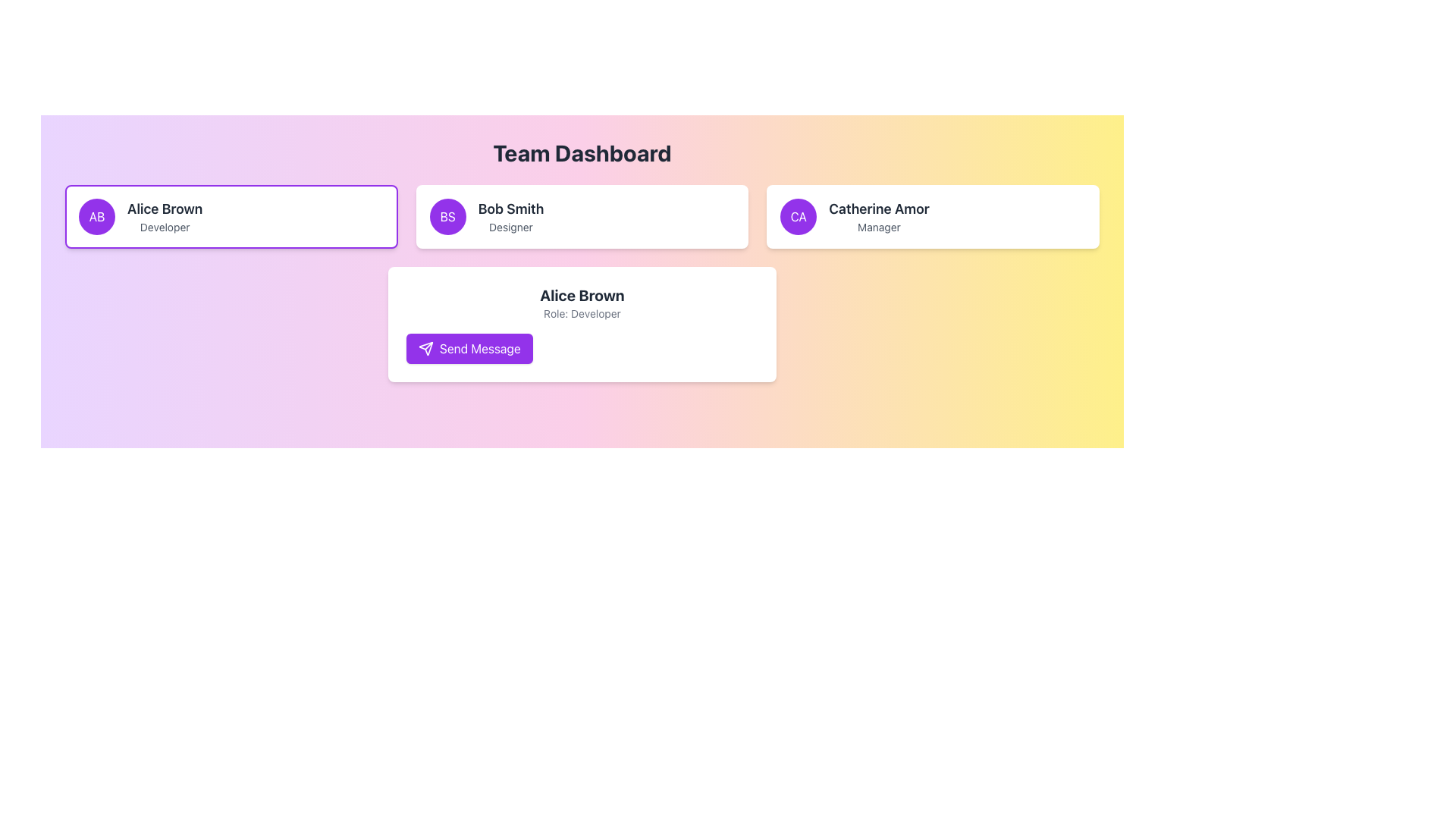 This screenshot has height=819, width=1456. Describe the element at coordinates (510, 209) in the screenshot. I see `the text element that identifies the user as 'Bob Smith', located at the top center of the card, above the text 'Designer'` at that location.